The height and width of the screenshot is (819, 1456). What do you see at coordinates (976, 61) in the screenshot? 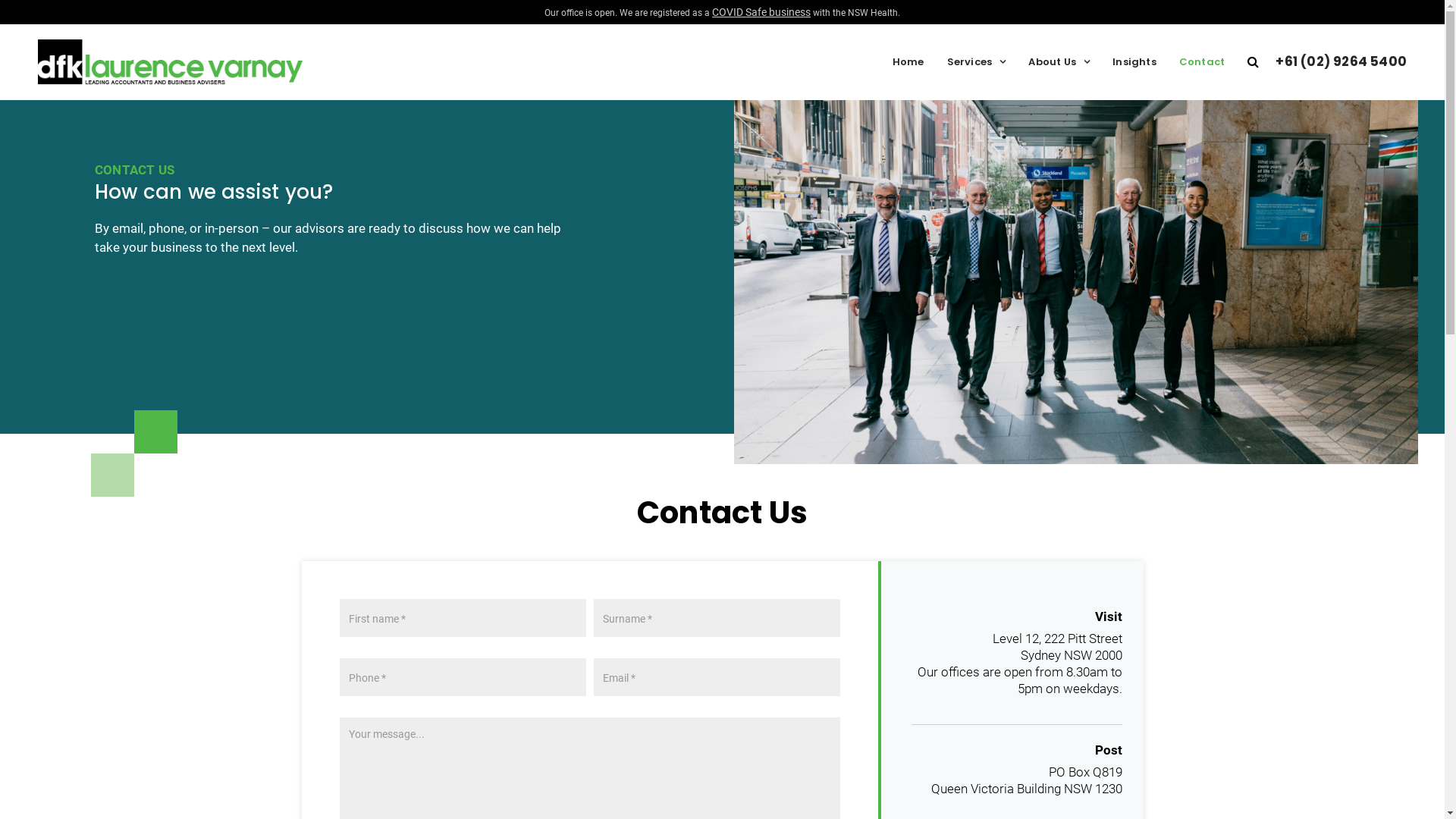
I see `'Services'` at bounding box center [976, 61].